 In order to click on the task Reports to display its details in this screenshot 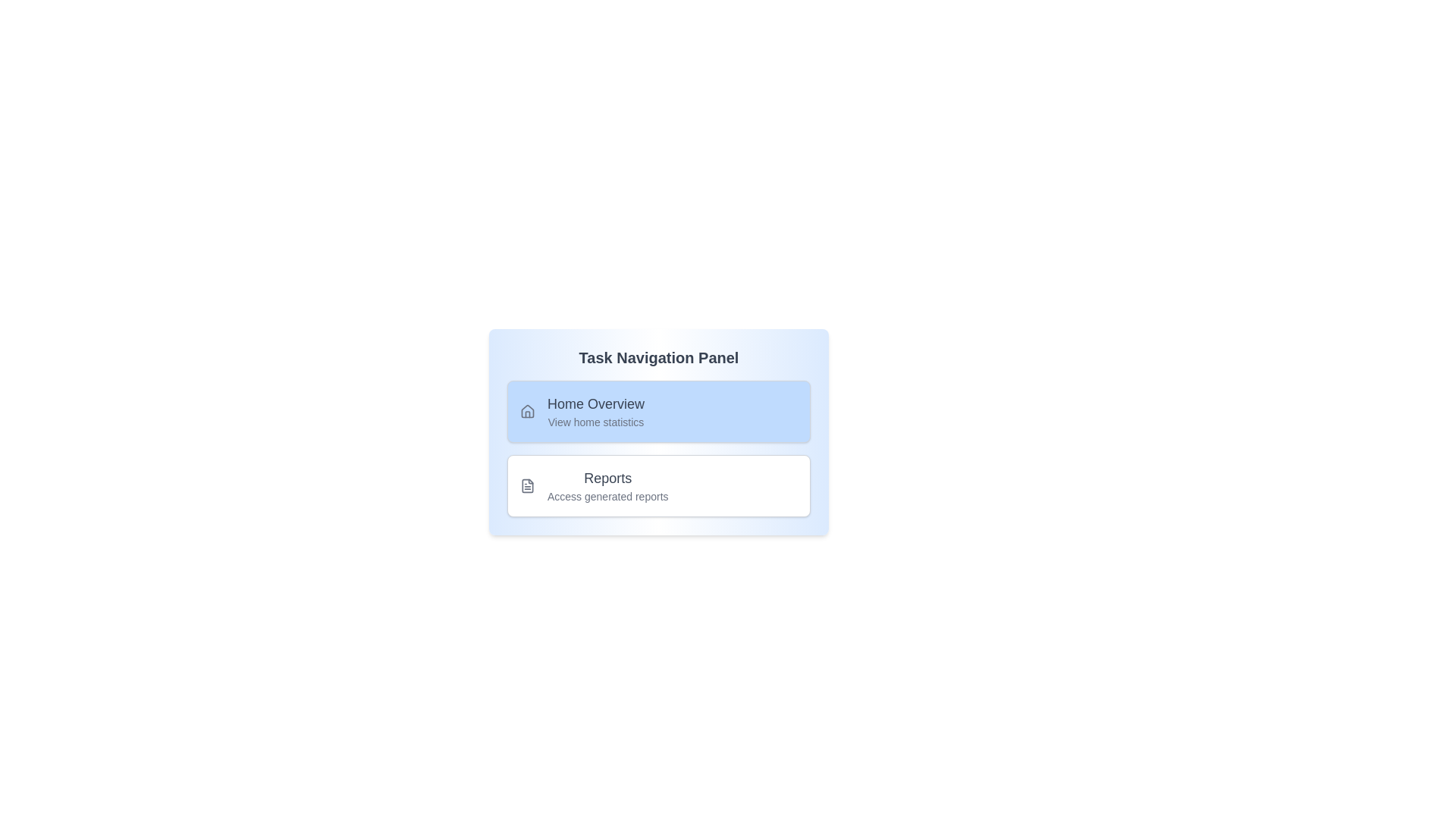, I will do `click(658, 485)`.